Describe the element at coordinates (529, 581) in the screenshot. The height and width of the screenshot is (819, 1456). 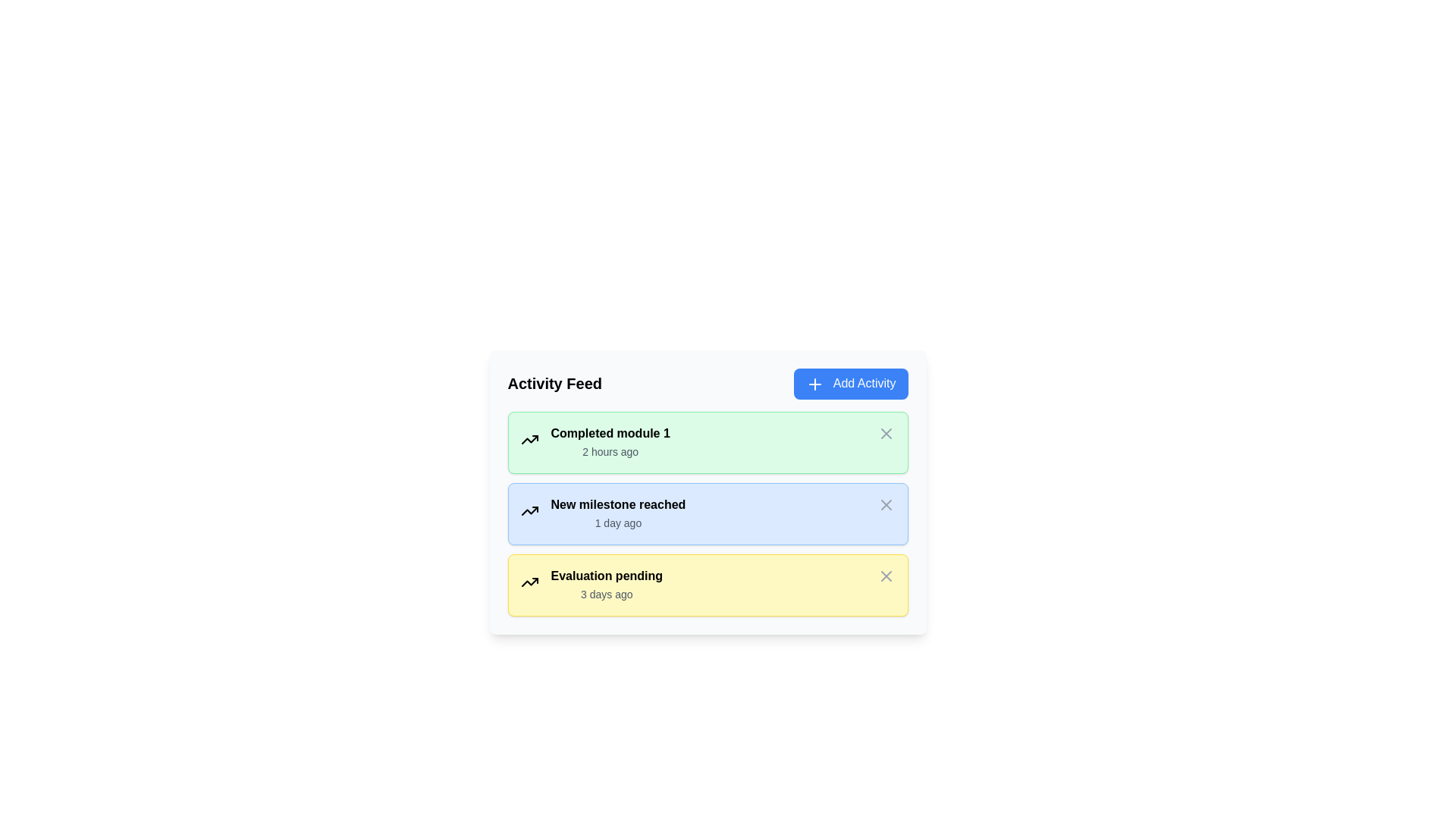
I see `the small, black line graph icon representing a trending upward arrow located in the pale yellow area of the third card in the activity feed, adjacent to the bold title text 'Evaluation pending'` at that location.